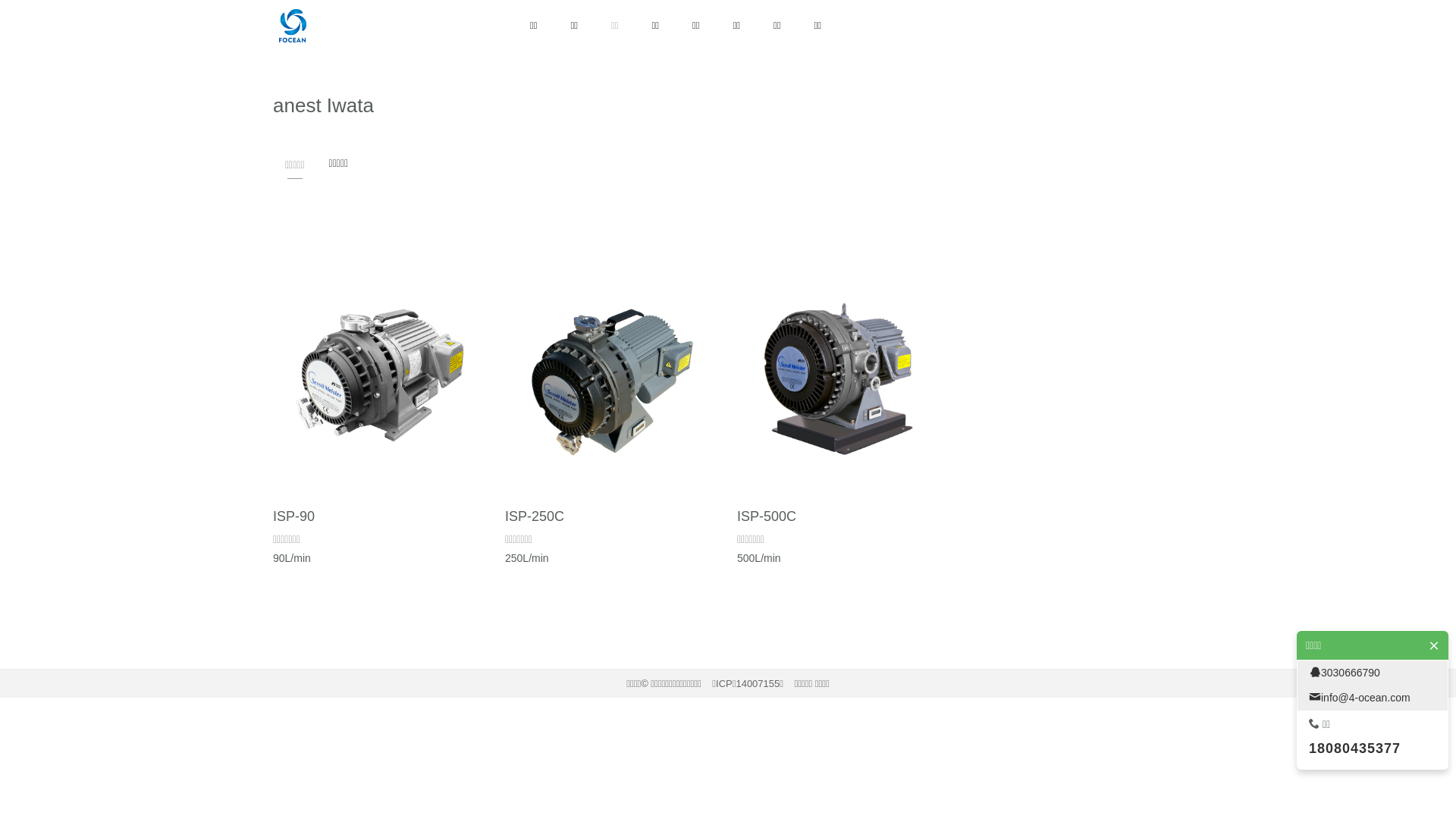 The image size is (1456, 819). I want to click on '18080435377', so click(1308, 748).